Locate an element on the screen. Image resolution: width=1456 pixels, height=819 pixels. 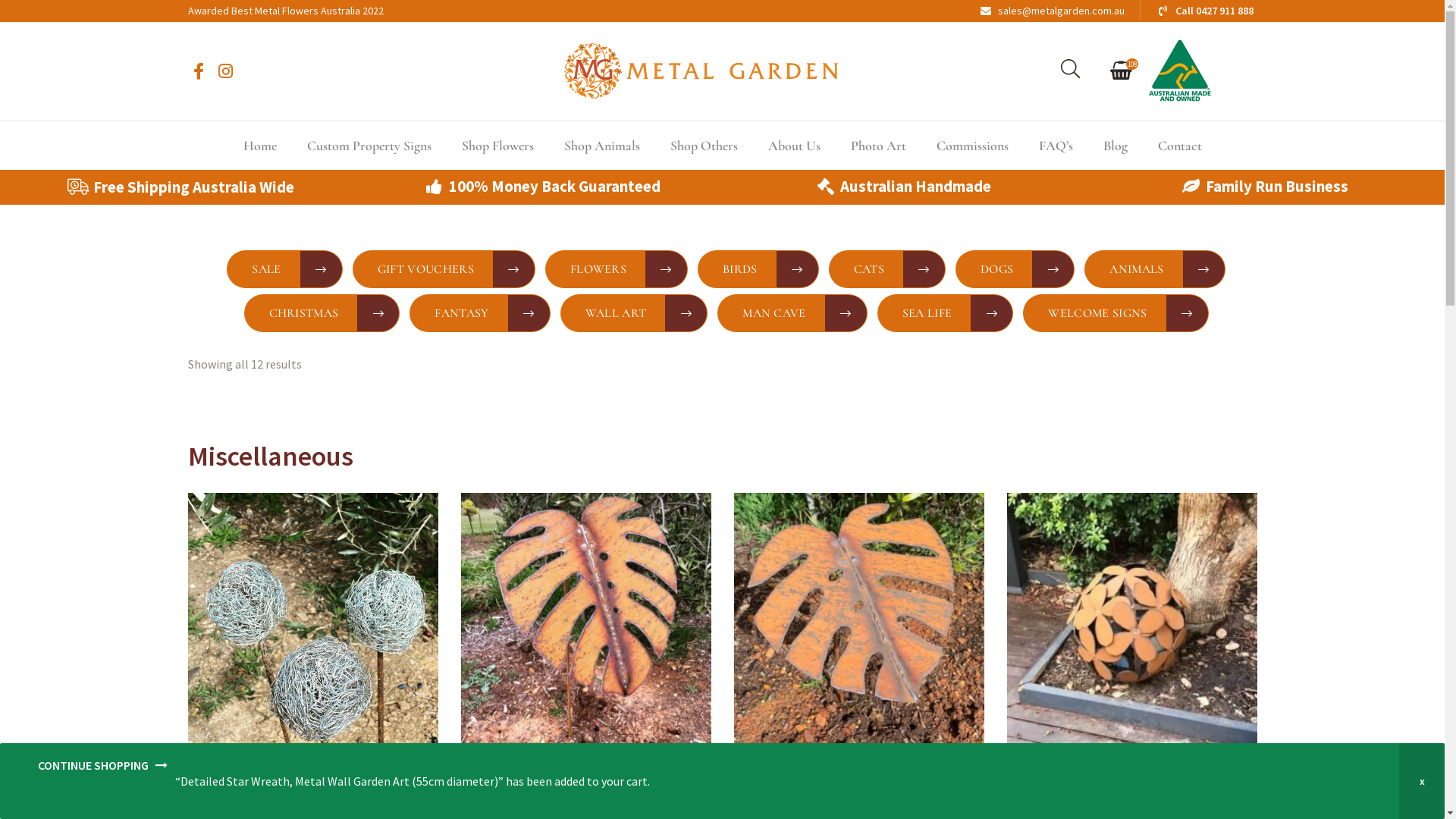
'Call 0427 911 888' is located at coordinates (1154, 11).